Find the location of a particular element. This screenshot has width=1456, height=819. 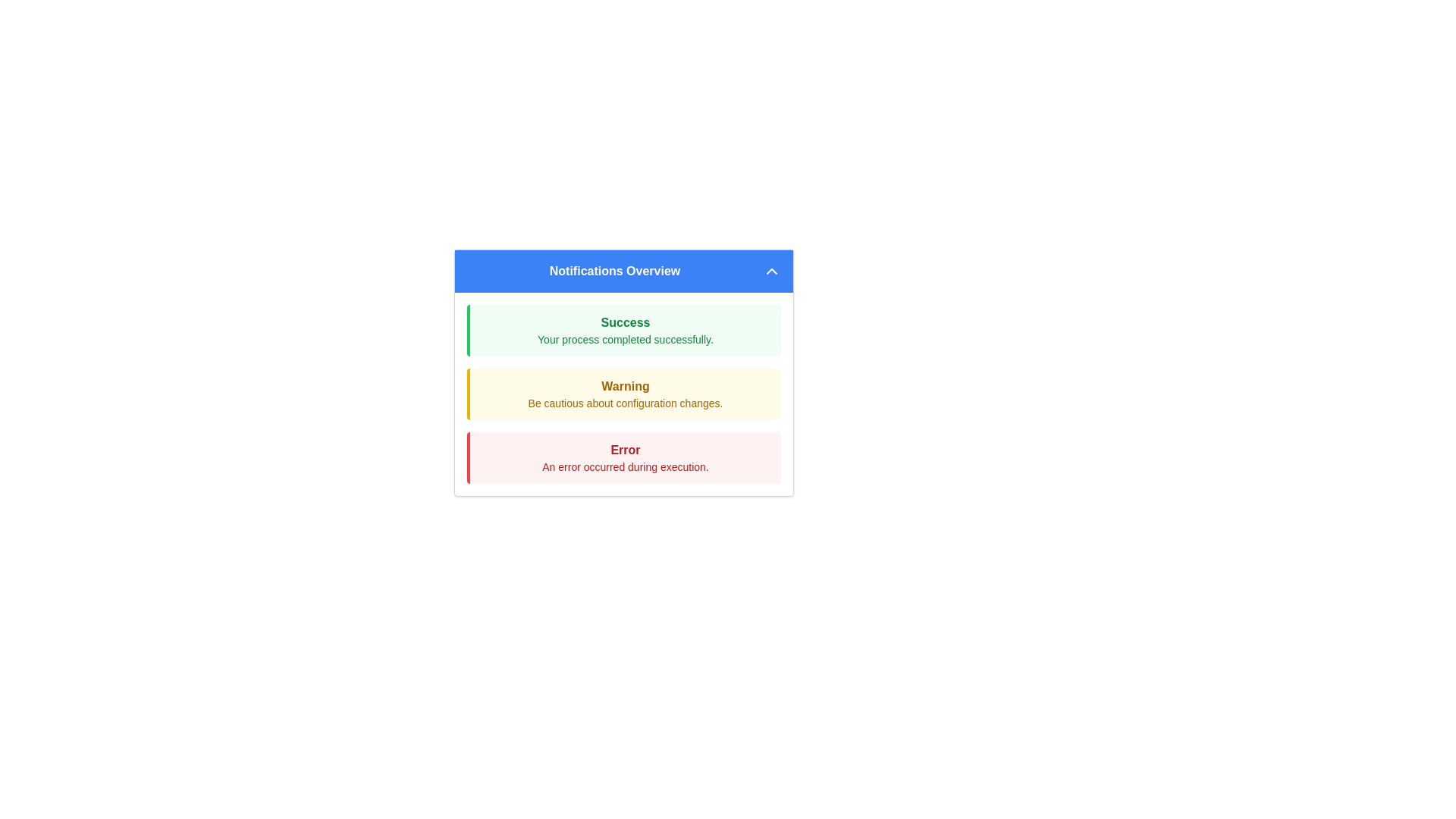

the error notification headline text label located at the top of the red notification box in the notification list is located at coordinates (626, 450).